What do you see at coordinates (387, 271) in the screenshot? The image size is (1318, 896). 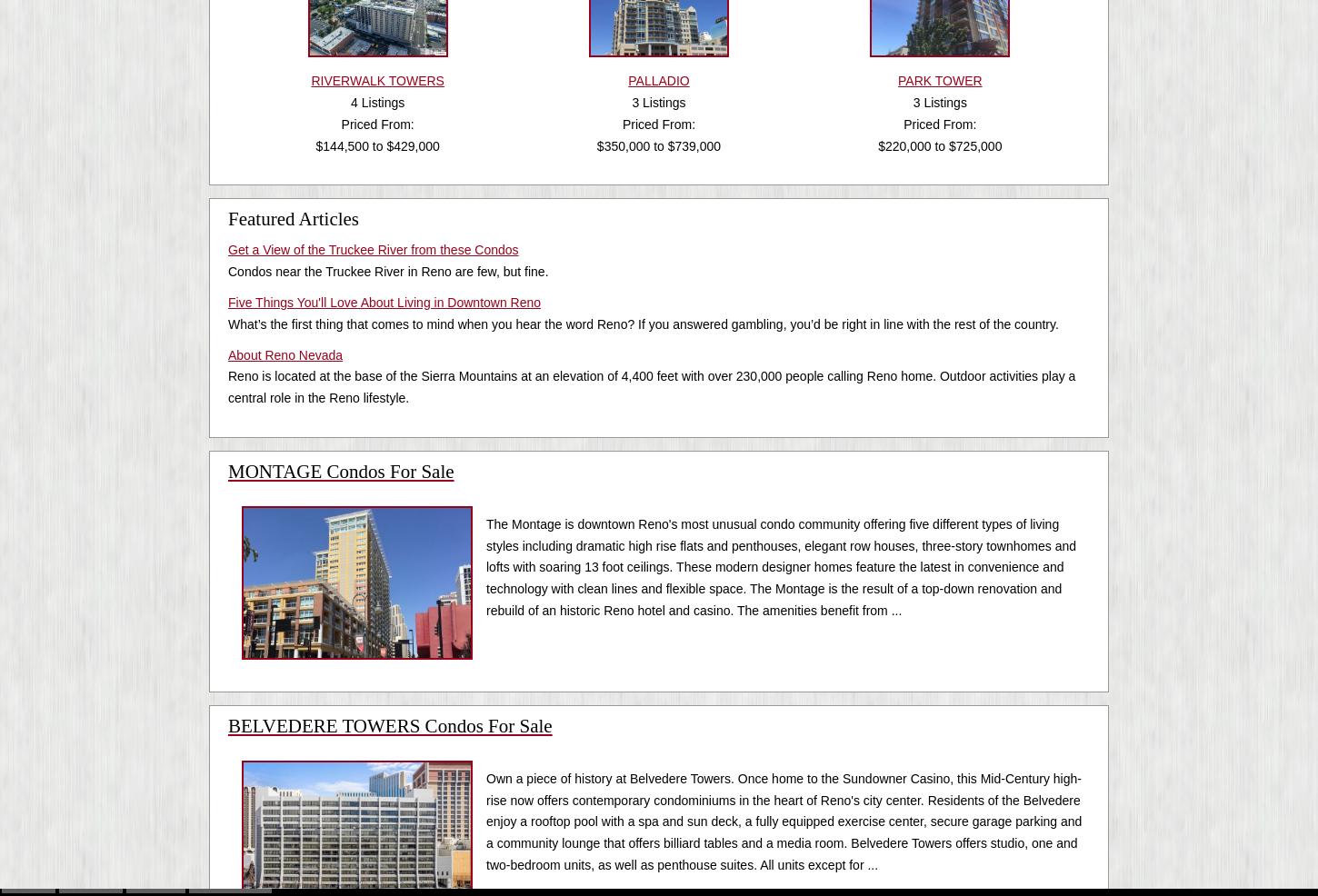 I see `'Condos near the Truckee River in Reno are few, but fine.'` at bounding box center [387, 271].